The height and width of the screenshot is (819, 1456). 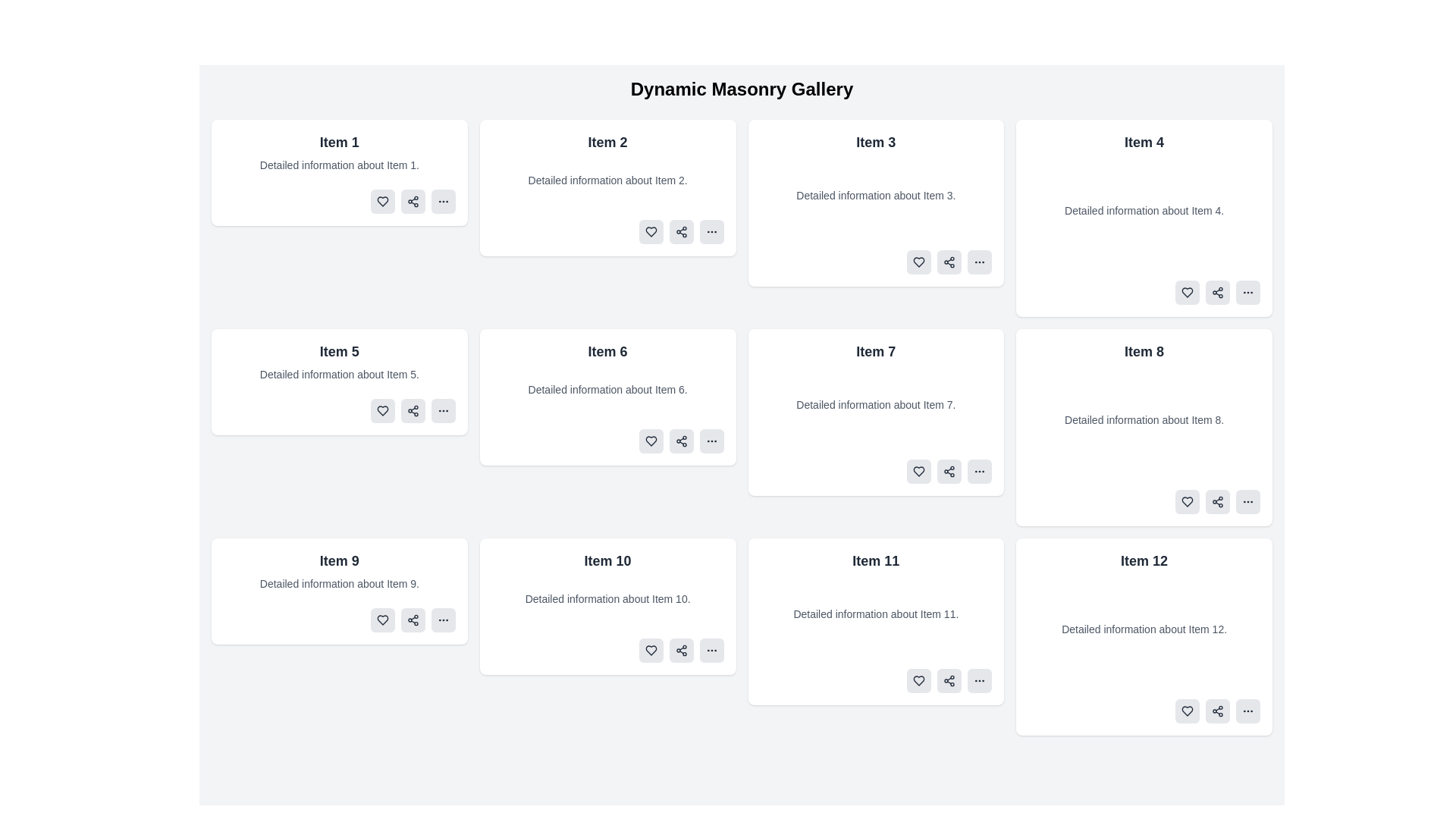 What do you see at coordinates (607, 598) in the screenshot?
I see `descriptive text block associated with the 'Item 10' card, located below the title and above the interactive button area in the second row, third column of the grid` at bounding box center [607, 598].